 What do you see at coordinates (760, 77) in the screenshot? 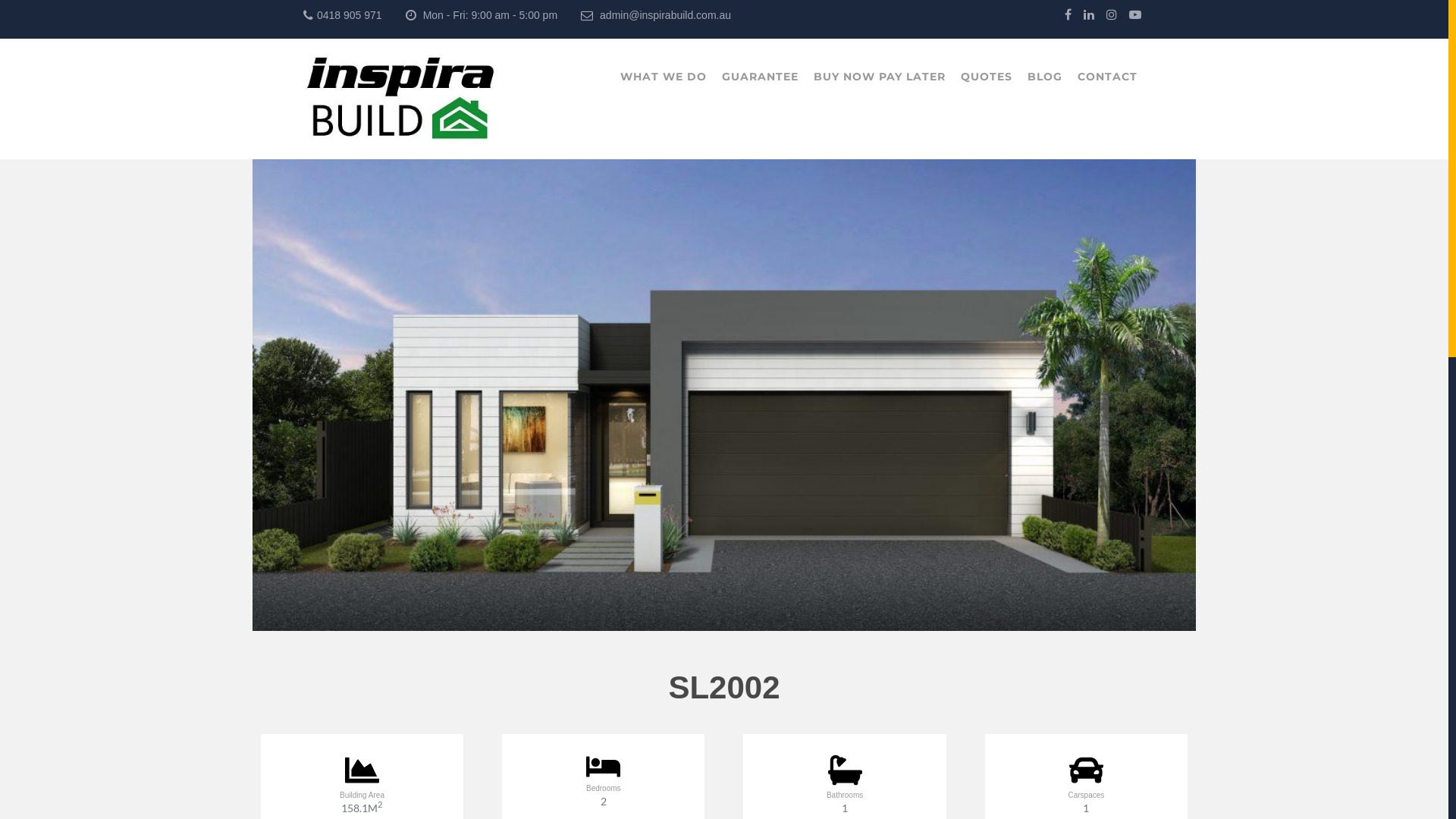
I see `'GUARANTEE'` at bounding box center [760, 77].